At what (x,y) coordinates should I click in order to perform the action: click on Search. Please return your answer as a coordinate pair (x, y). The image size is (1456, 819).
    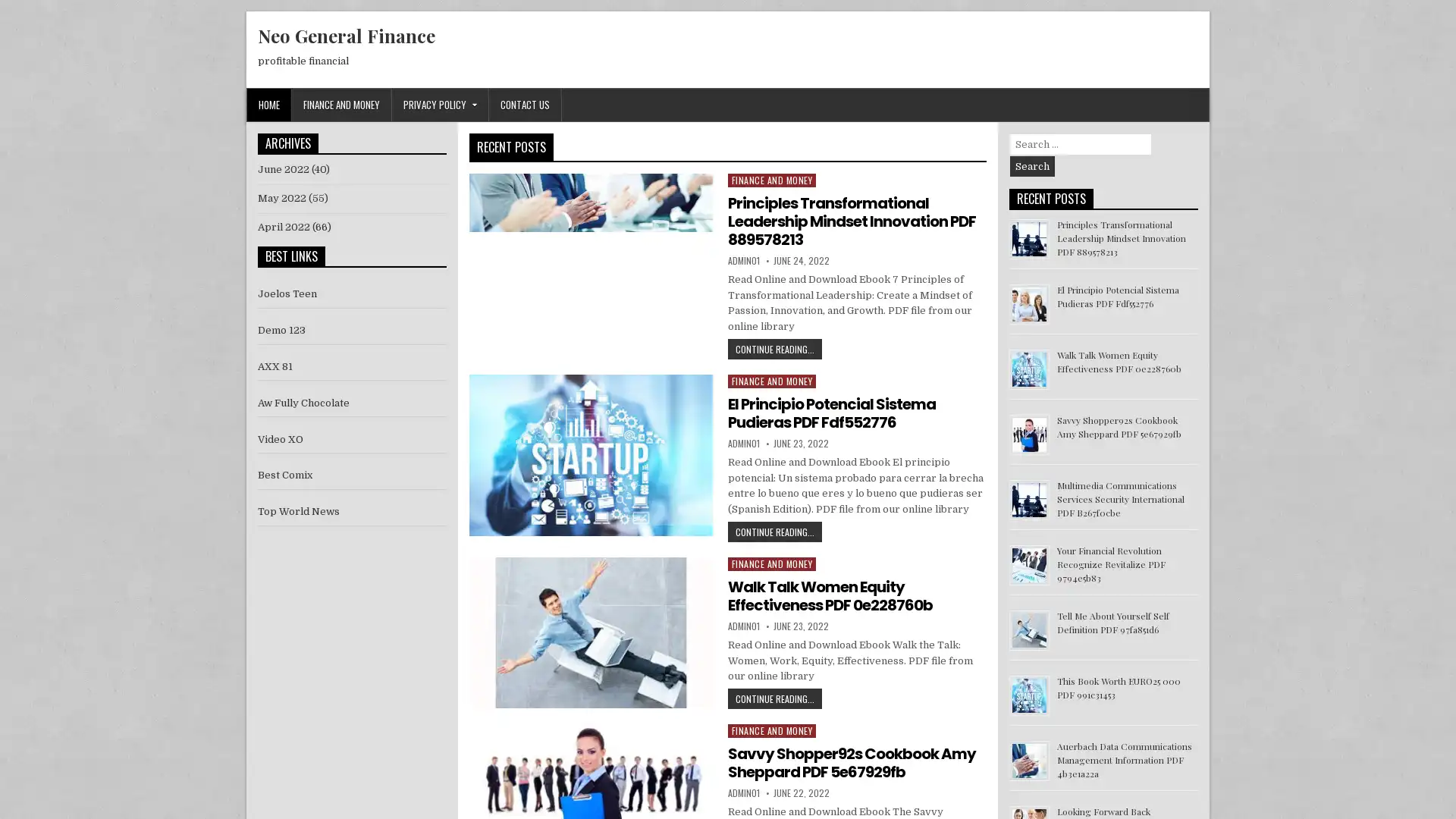
    Looking at the image, I should click on (1031, 166).